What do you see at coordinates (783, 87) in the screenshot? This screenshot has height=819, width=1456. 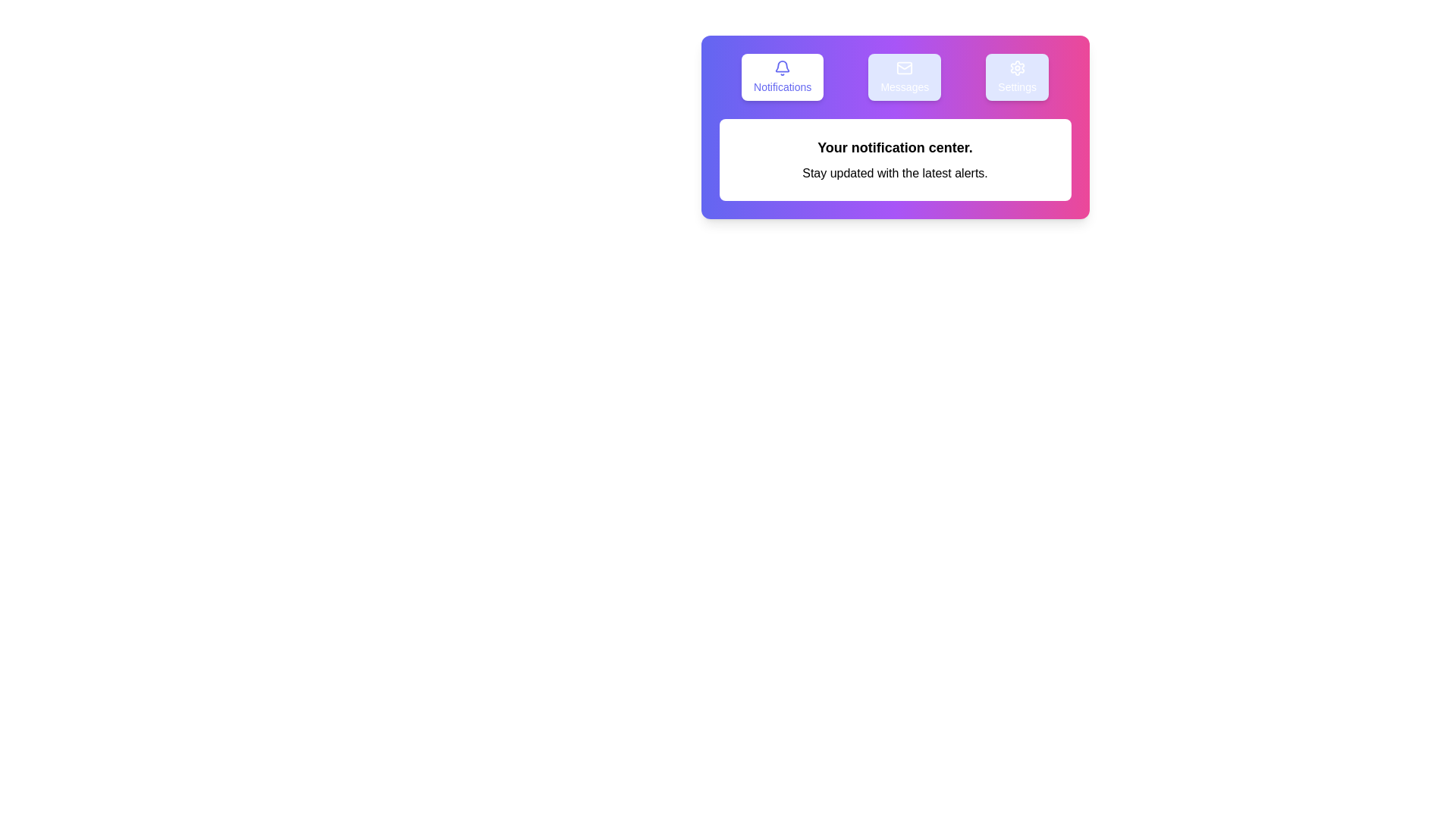 I see `the 'Notifications' label, which displays the text in a small bluish-purple font and is located under the bell icon in the Notifications button` at bounding box center [783, 87].